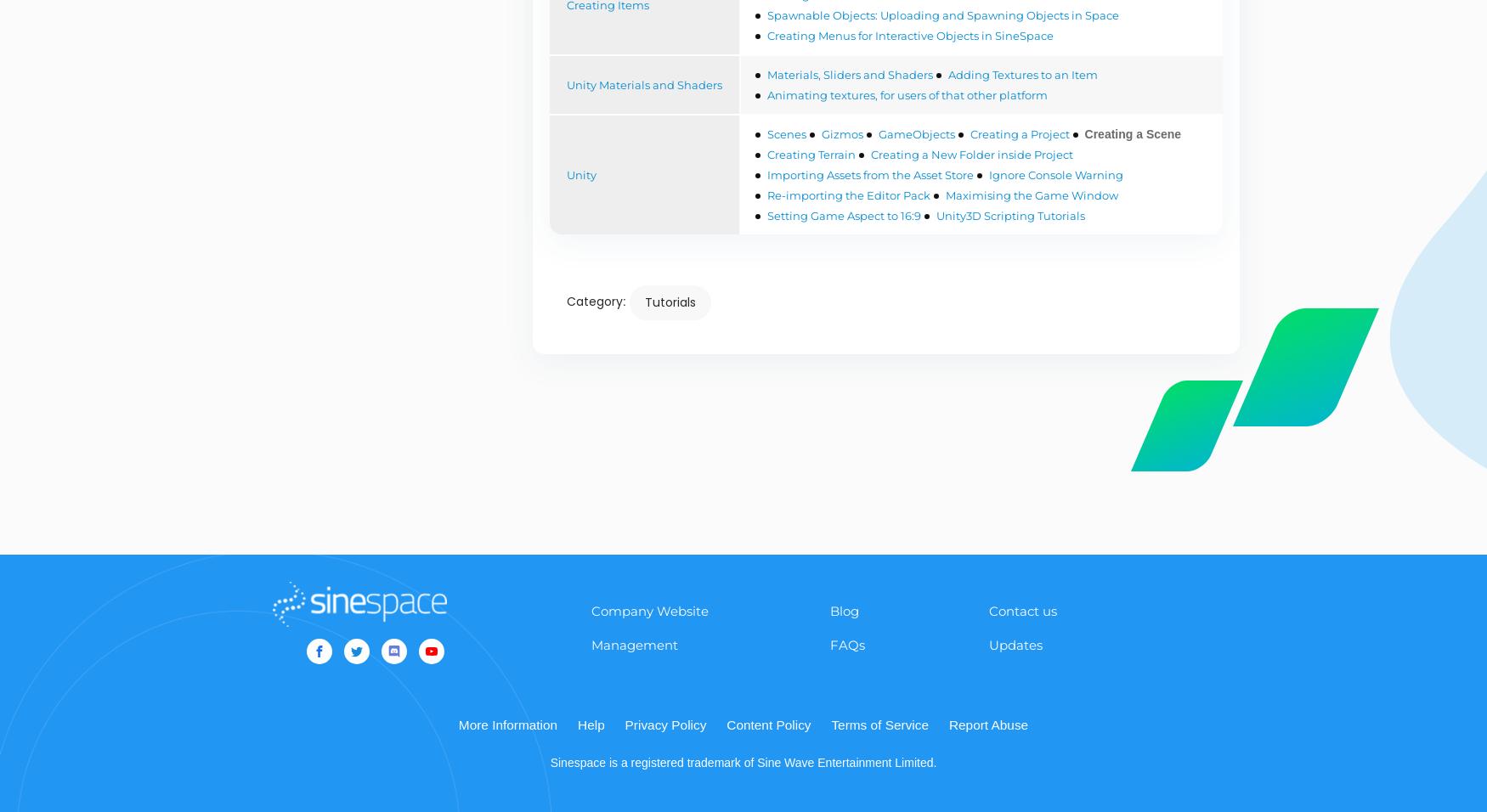 This screenshot has width=1487, height=812. What do you see at coordinates (591, 724) in the screenshot?
I see `'Help'` at bounding box center [591, 724].